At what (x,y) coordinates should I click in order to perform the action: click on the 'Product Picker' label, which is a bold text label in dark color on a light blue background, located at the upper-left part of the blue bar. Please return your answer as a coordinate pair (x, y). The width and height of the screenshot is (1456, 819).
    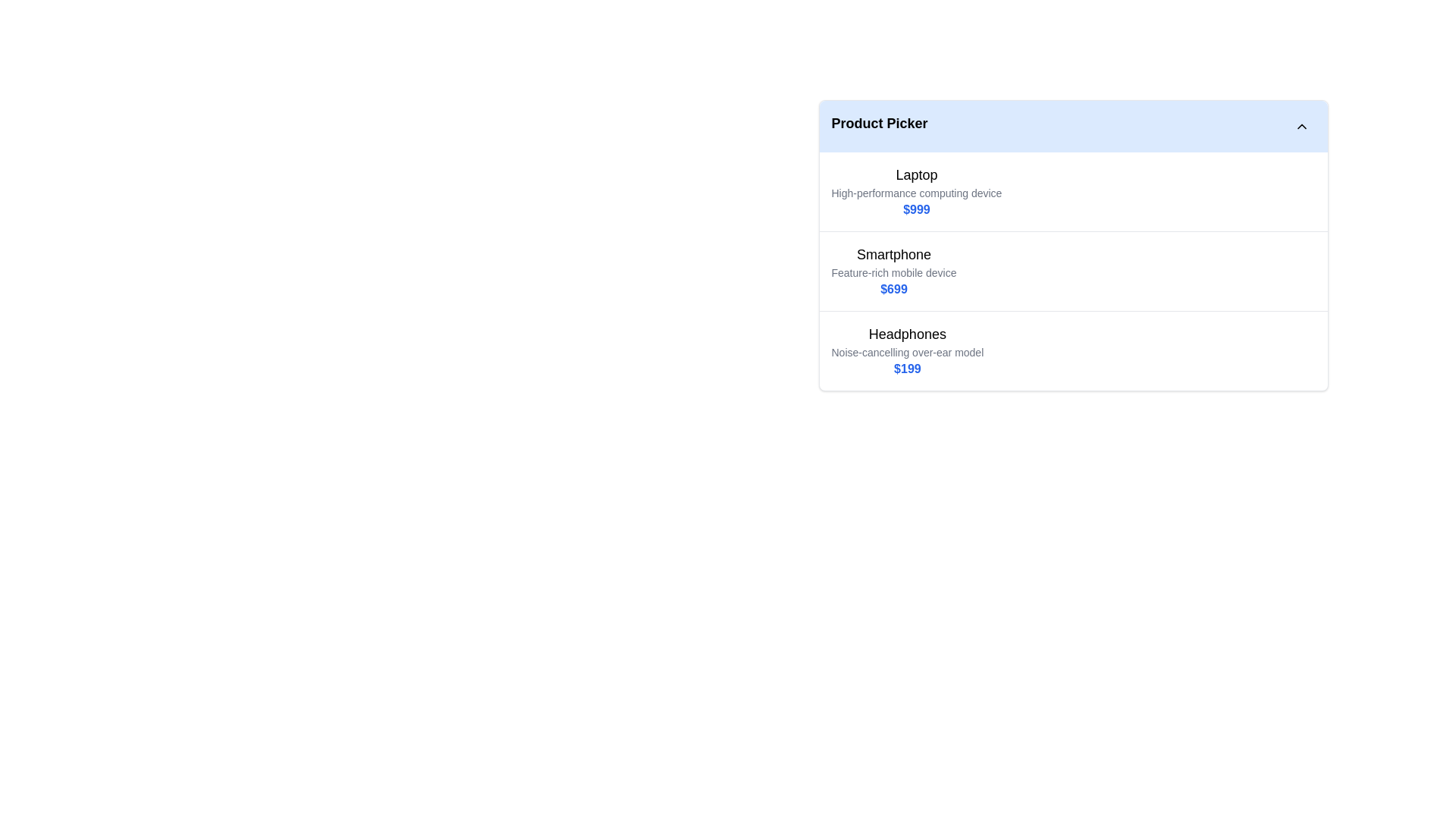
    Looking at the image, I should click on (880, 125).